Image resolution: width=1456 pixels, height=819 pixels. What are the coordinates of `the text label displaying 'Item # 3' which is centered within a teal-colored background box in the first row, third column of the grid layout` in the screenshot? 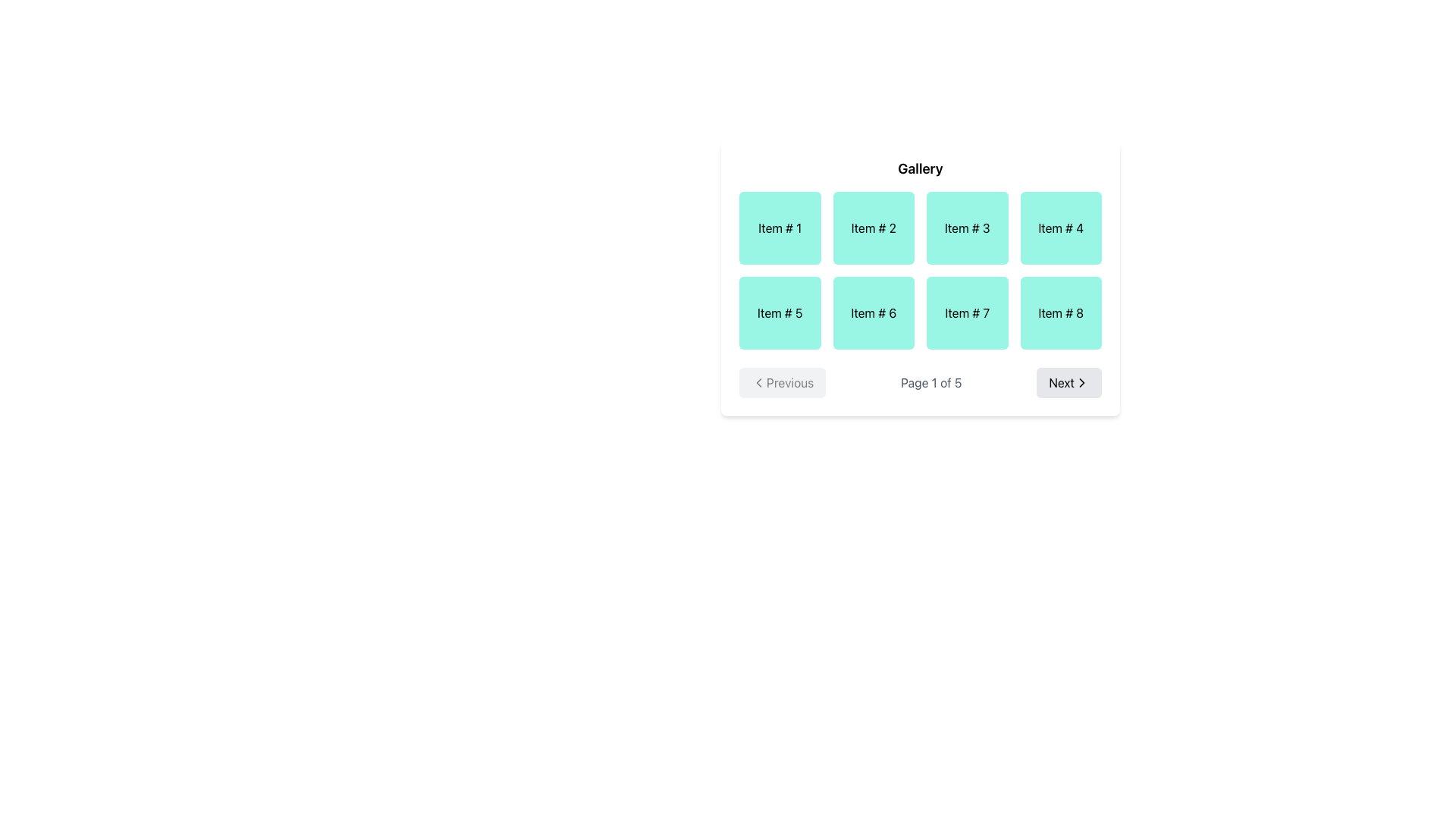 It's located at (966, 227).